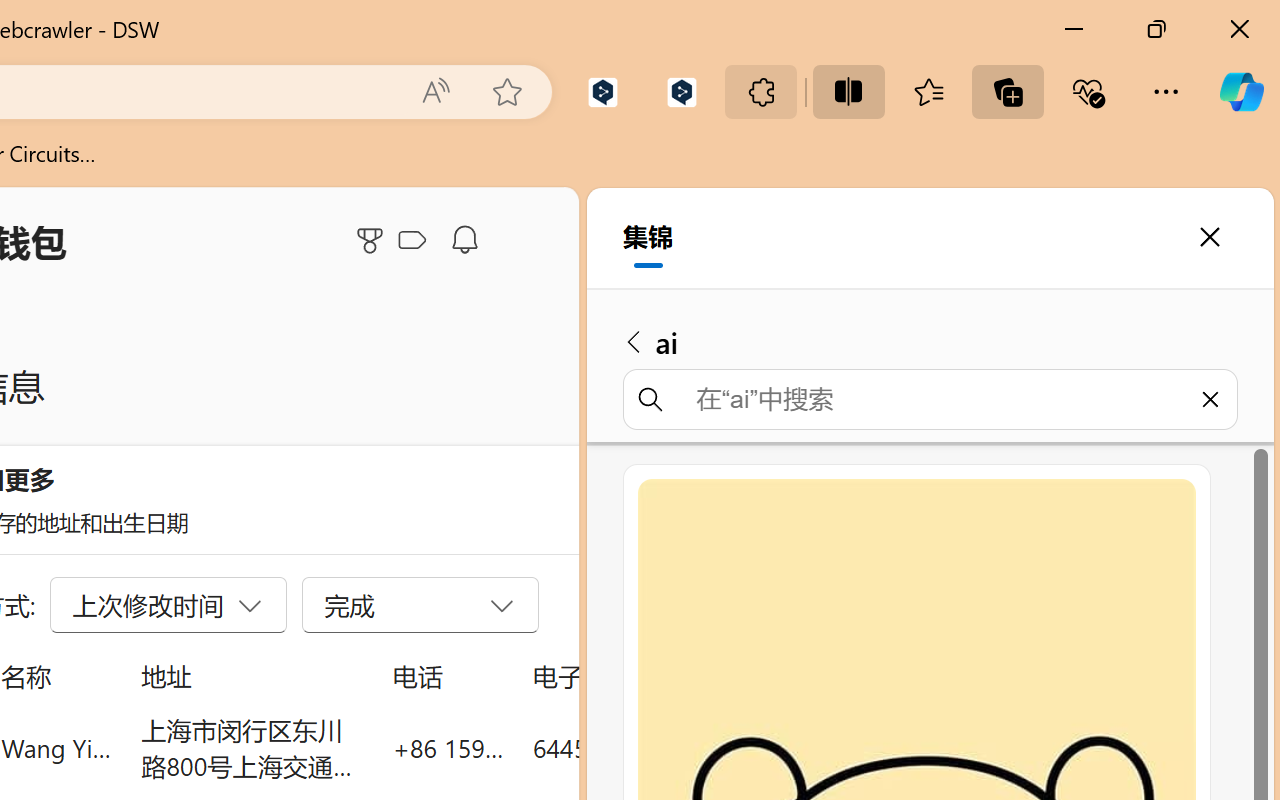 The width and height of the screenshot is (1280, 800). I want to click on '644553698@qq.com', so click(644, 747).